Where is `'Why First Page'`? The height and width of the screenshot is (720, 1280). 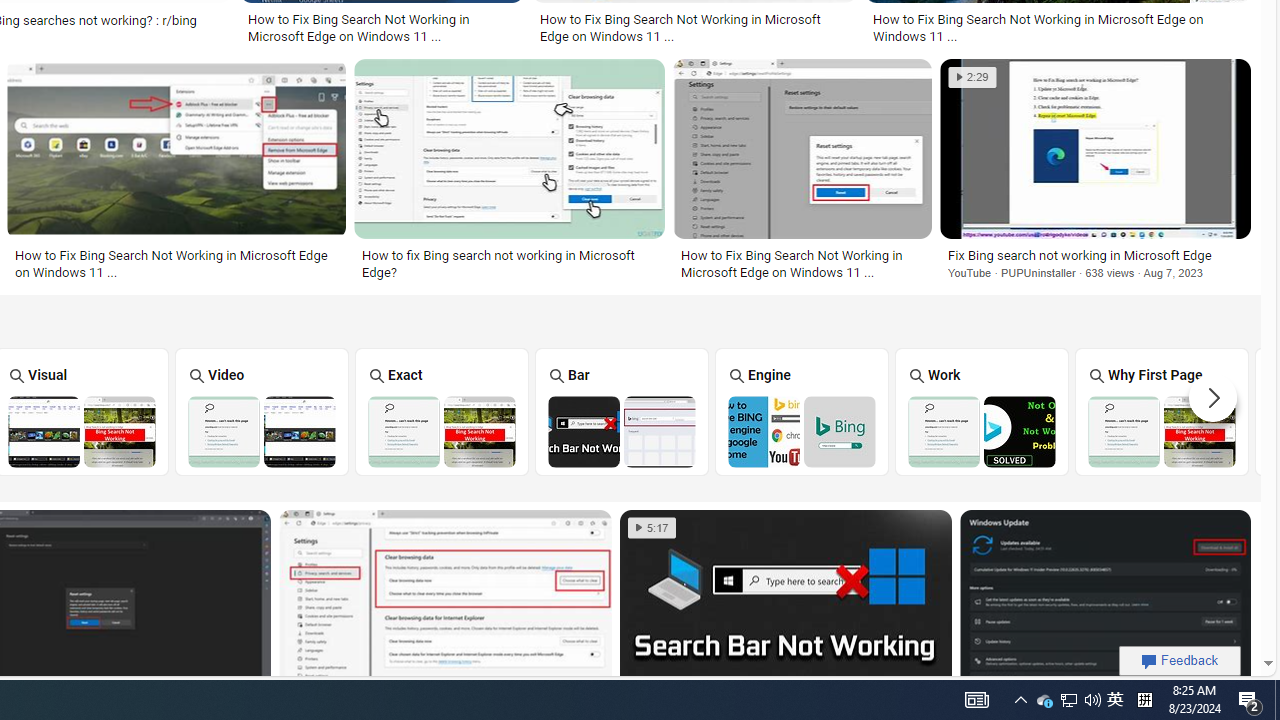 'Why First Page' is located at coordinates (1162, 410).